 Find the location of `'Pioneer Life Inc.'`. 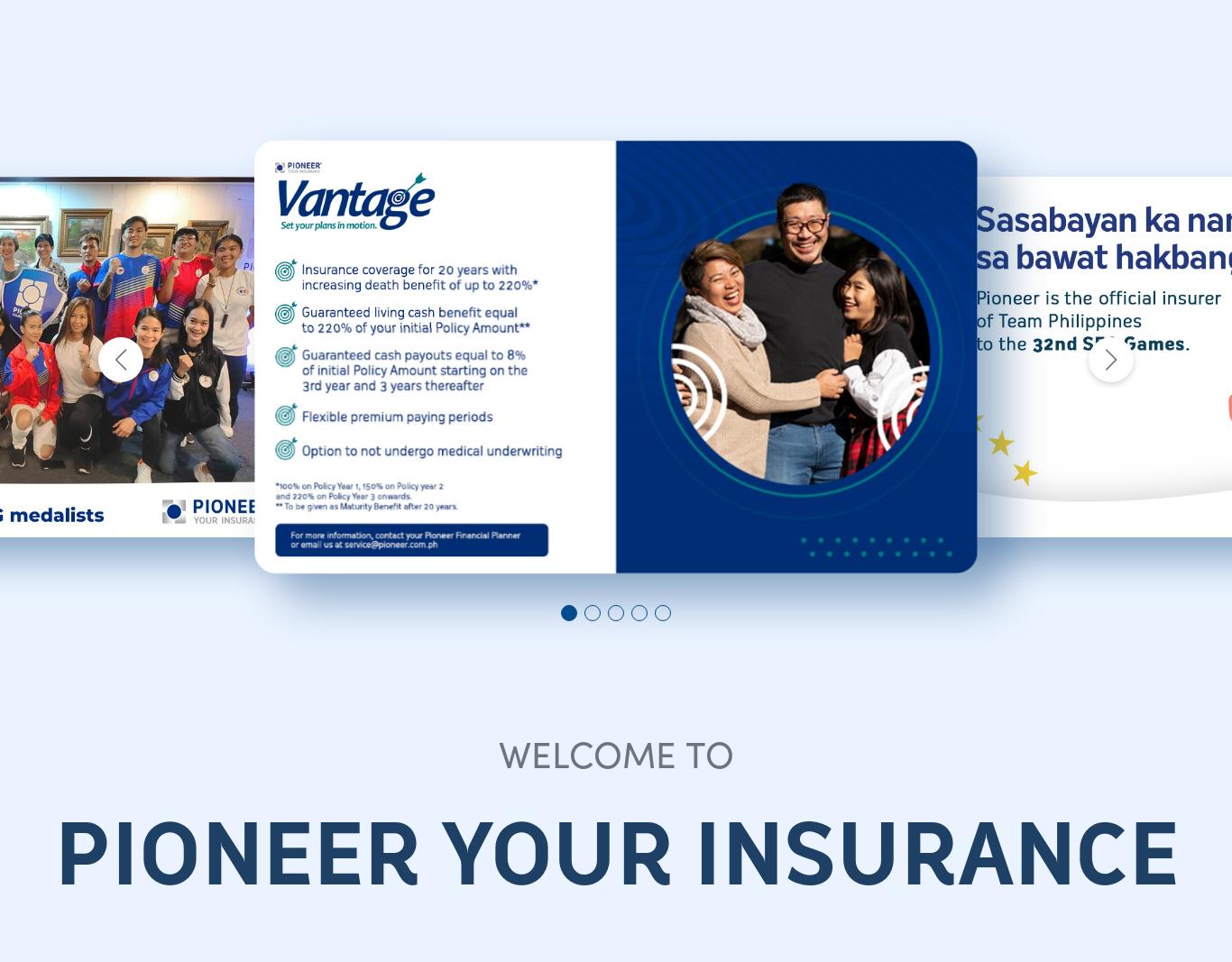

'Pioneer Life Inc.' is located at coordinates (747, 567).